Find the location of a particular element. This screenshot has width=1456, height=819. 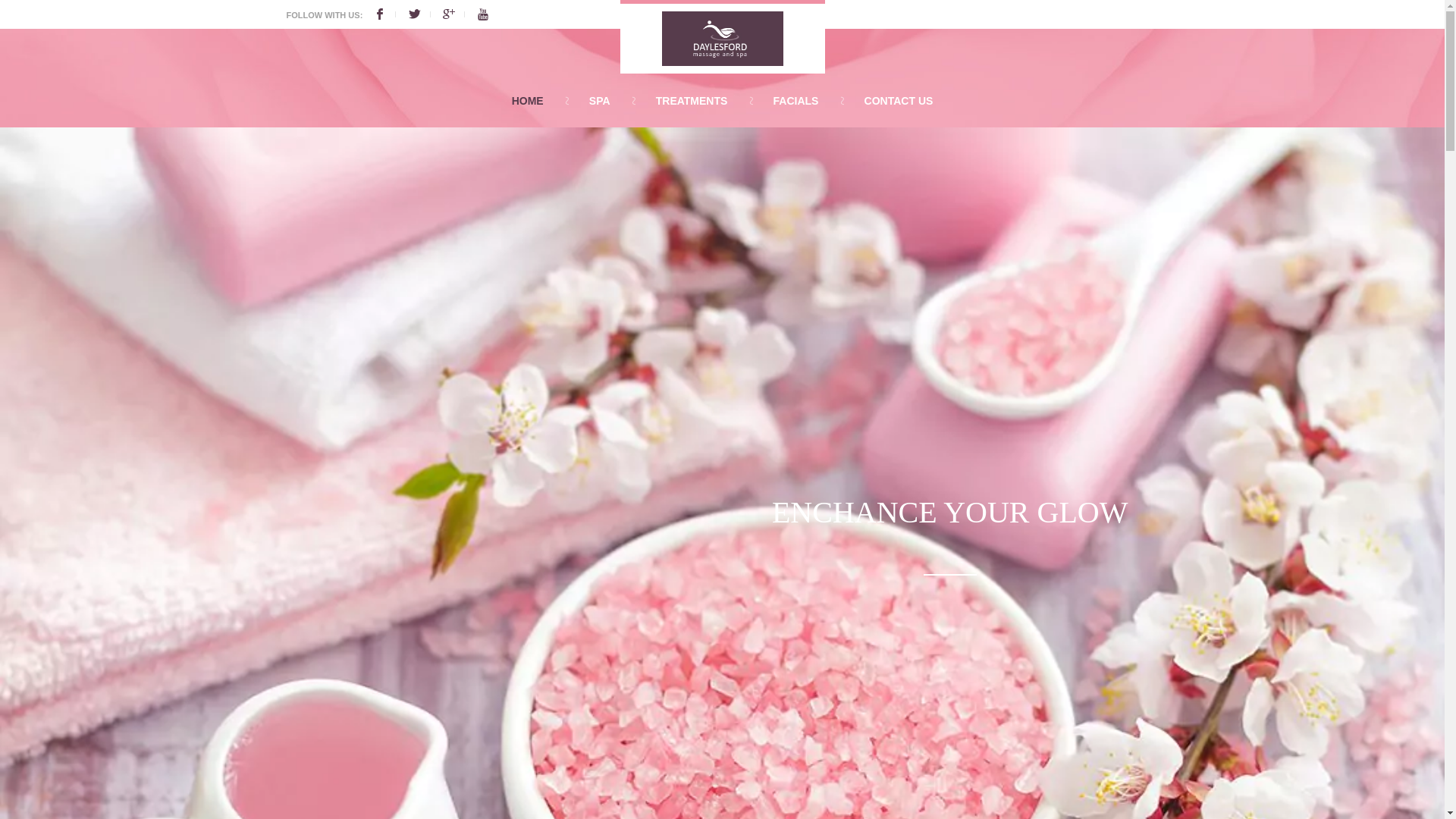

'Youtube' is located at coordinates (482, 14).